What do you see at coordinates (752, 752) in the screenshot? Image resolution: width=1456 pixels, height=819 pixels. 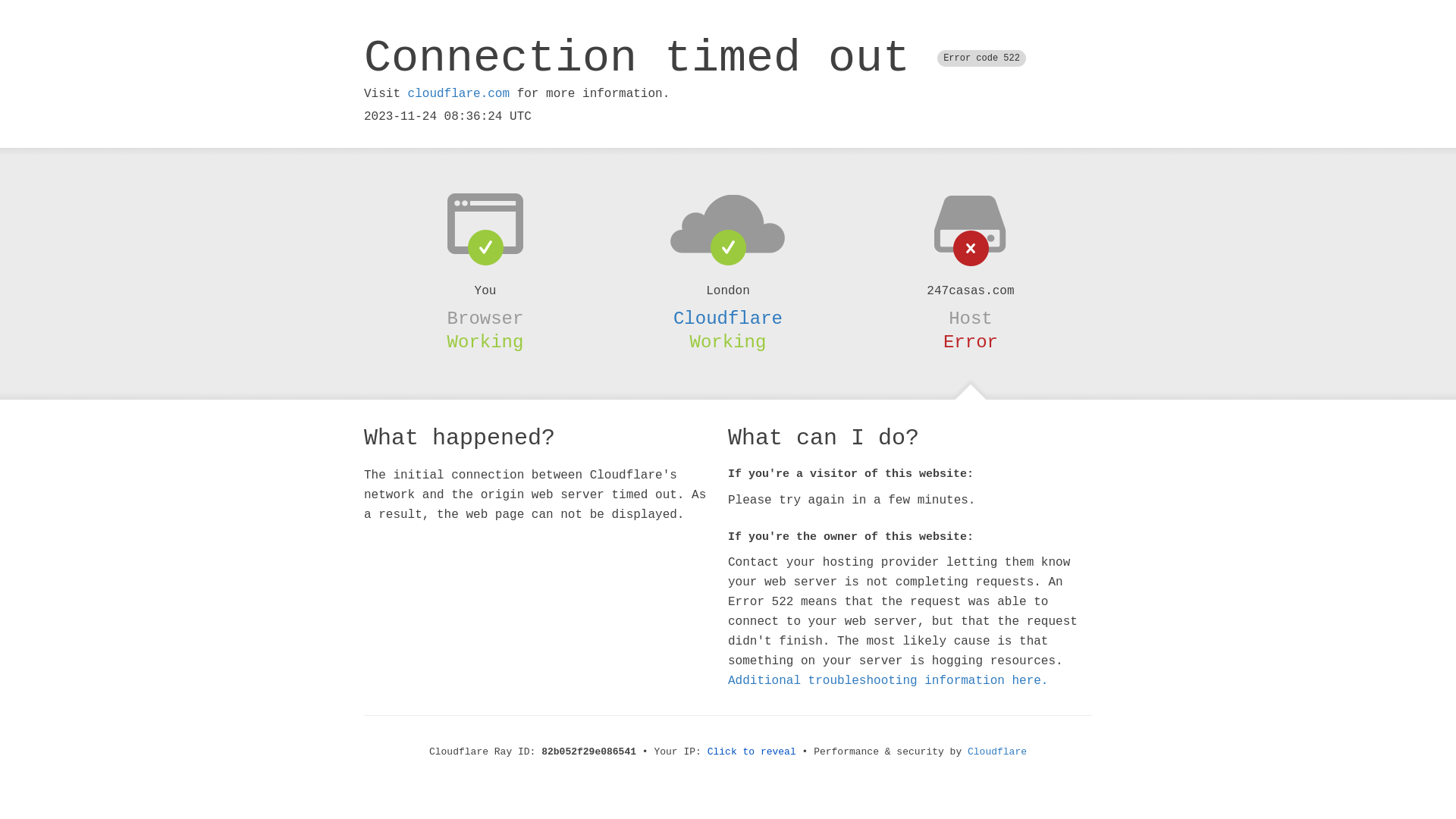 I see `'Click to reveal'` at bounding box center [752, 752].